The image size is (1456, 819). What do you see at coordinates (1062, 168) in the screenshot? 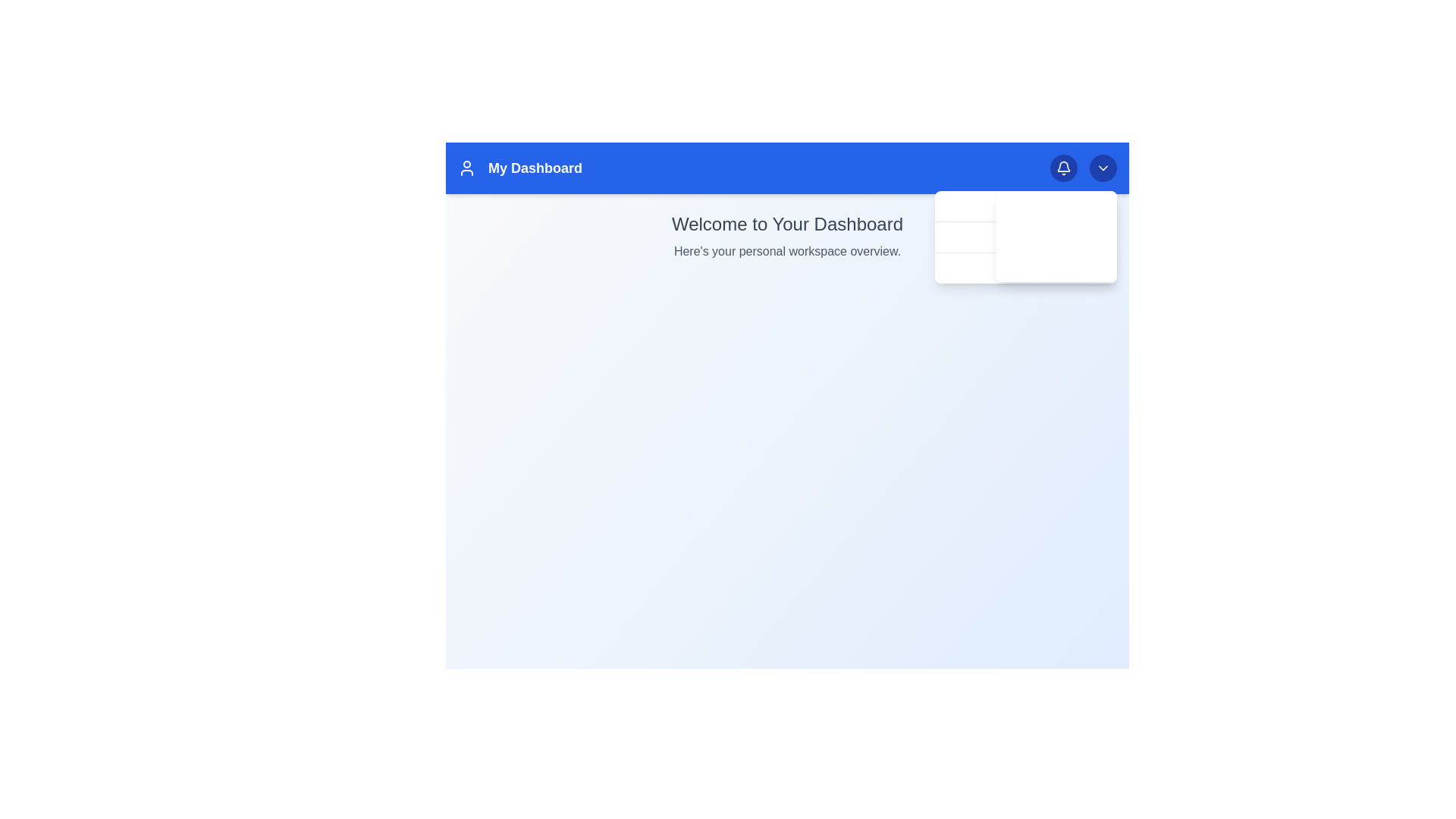
I see `the Bell Notification Icon located in the top-right corner of the main navigation bar` at bounding box center [1062, 168].